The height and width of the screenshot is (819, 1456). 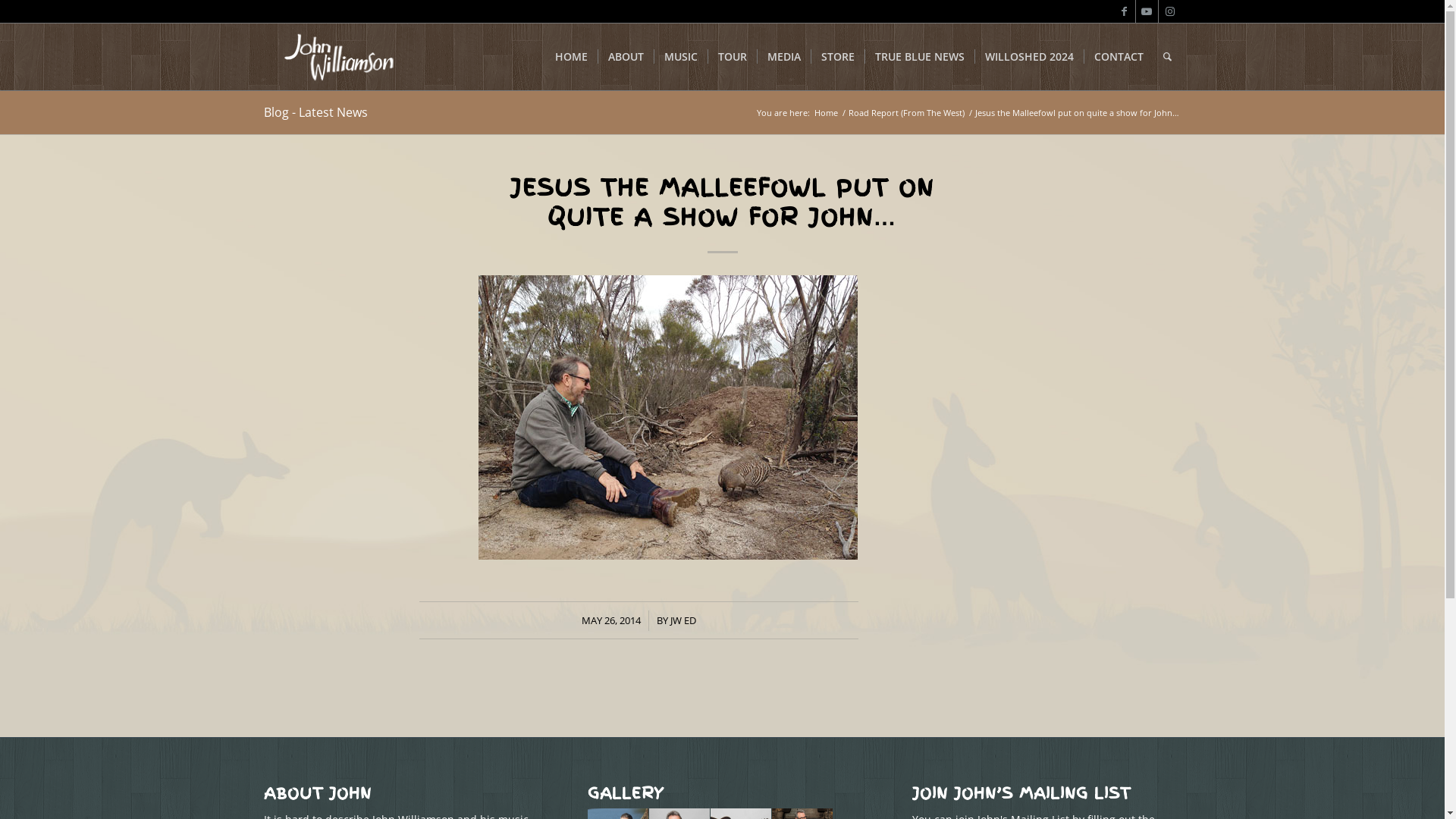 I want to click on 'Blog - Latest News', so click(x=315, y=111).